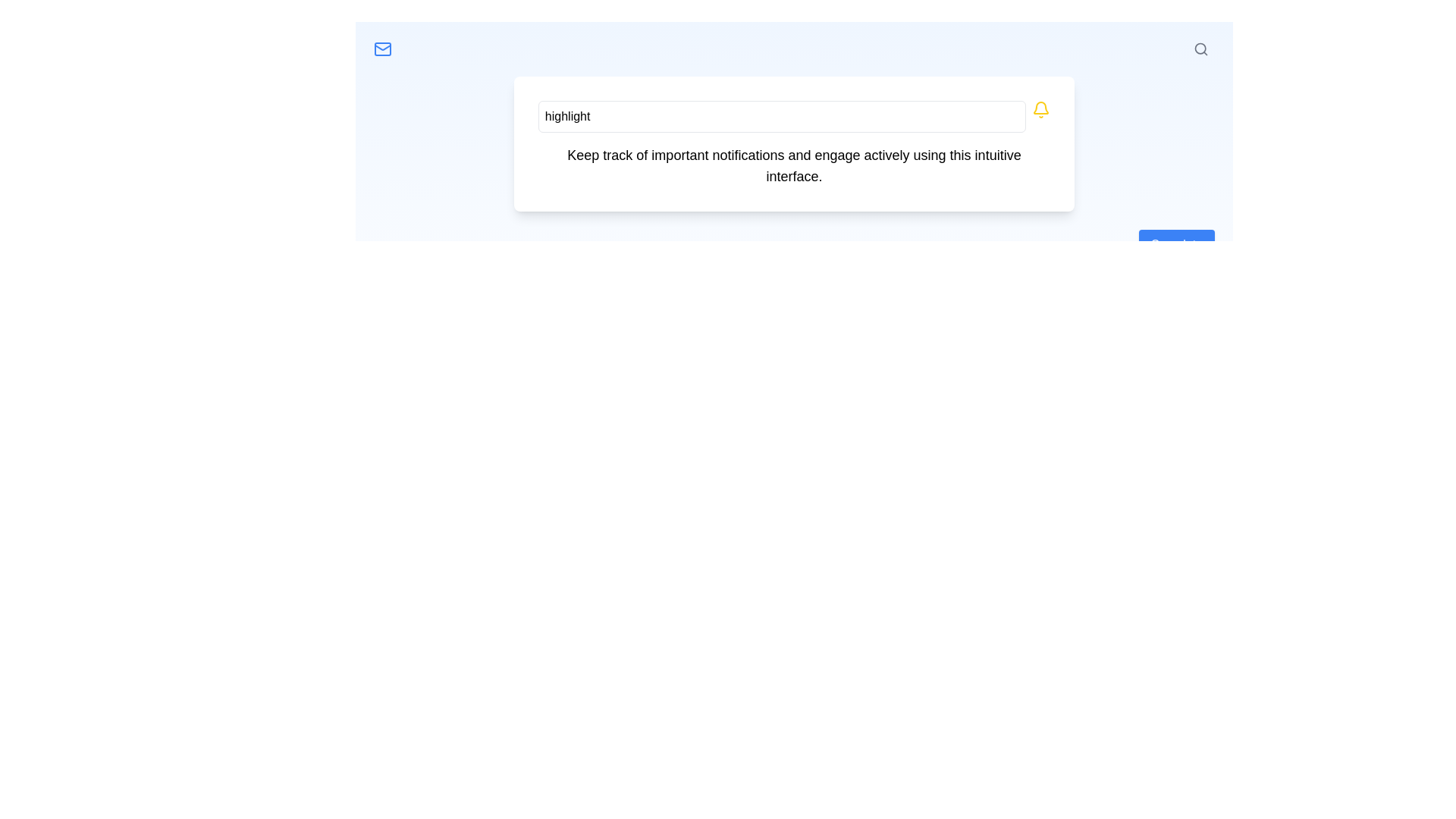 Image resolution: width=1456 pixels, height=819 pixels. Describe the element at coordinates (1040, 109) in the screenshot. I see `the yellow bell icon` at that location.